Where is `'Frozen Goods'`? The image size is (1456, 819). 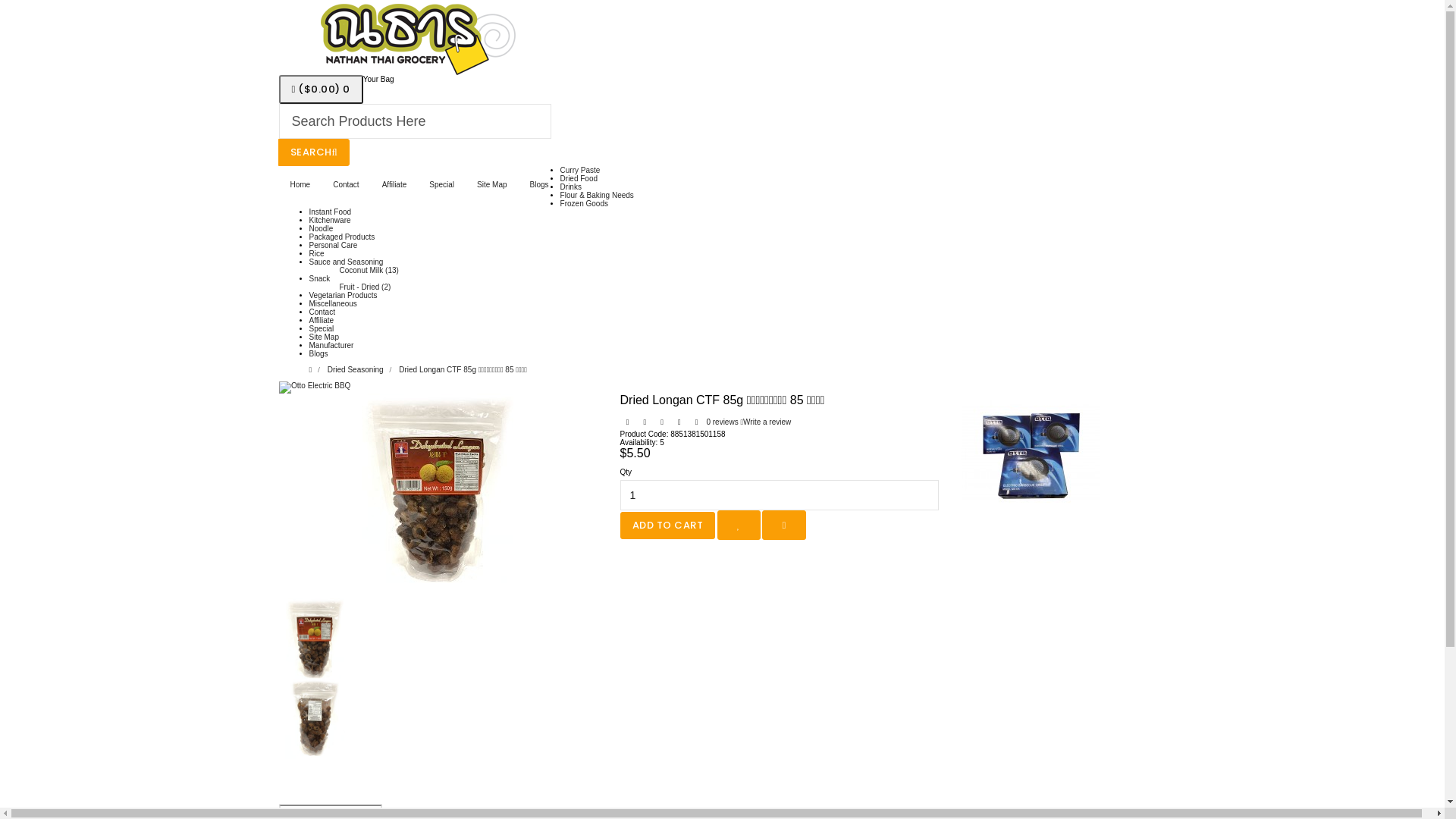 'Frozen Goods' is located at coordinates (560, 202).